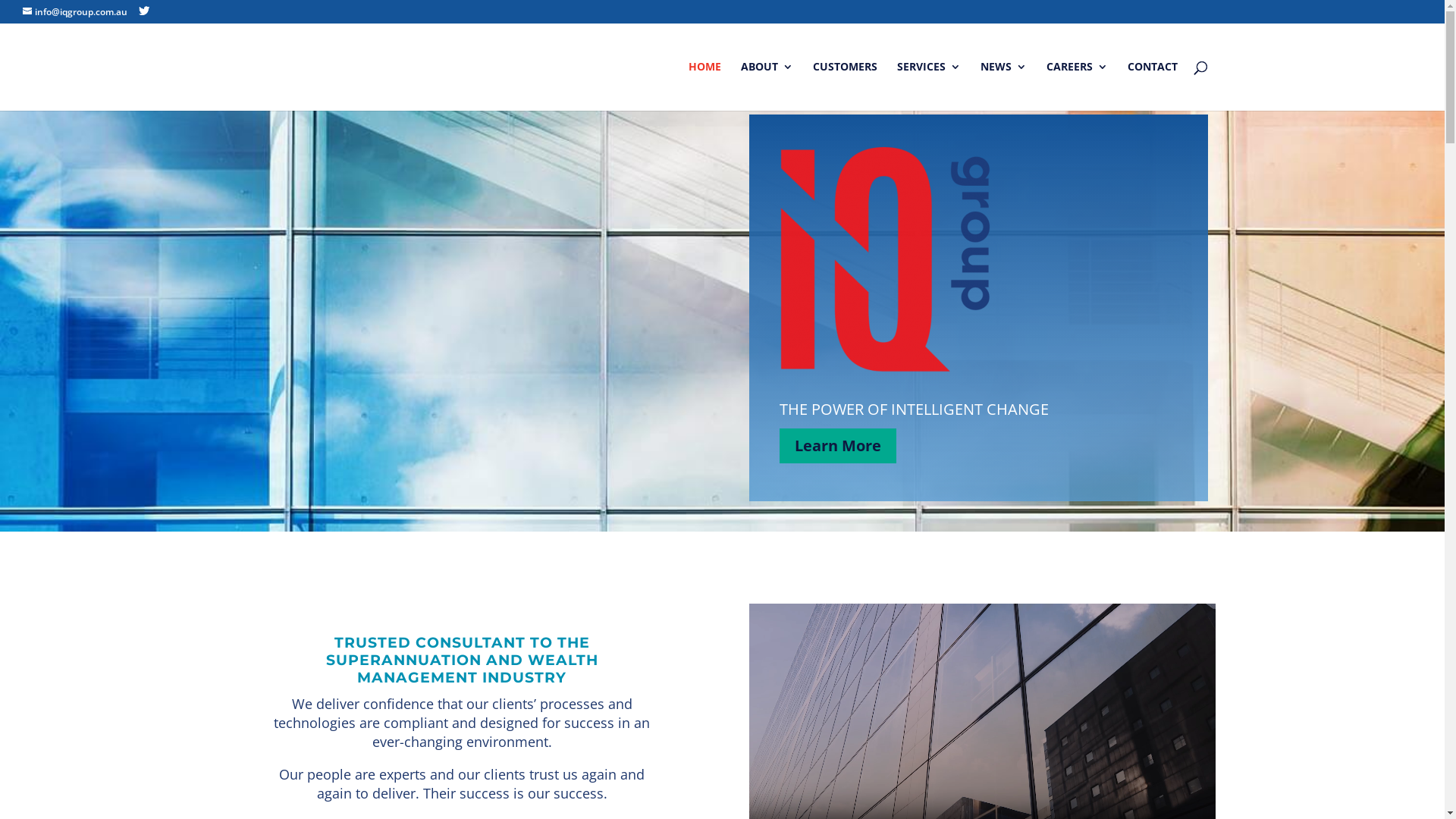 This screenshot has height=819, width=1456. Describe the element at coordinates (1076, 86) in the screenshot. I see `'CAREERS'` at that location.